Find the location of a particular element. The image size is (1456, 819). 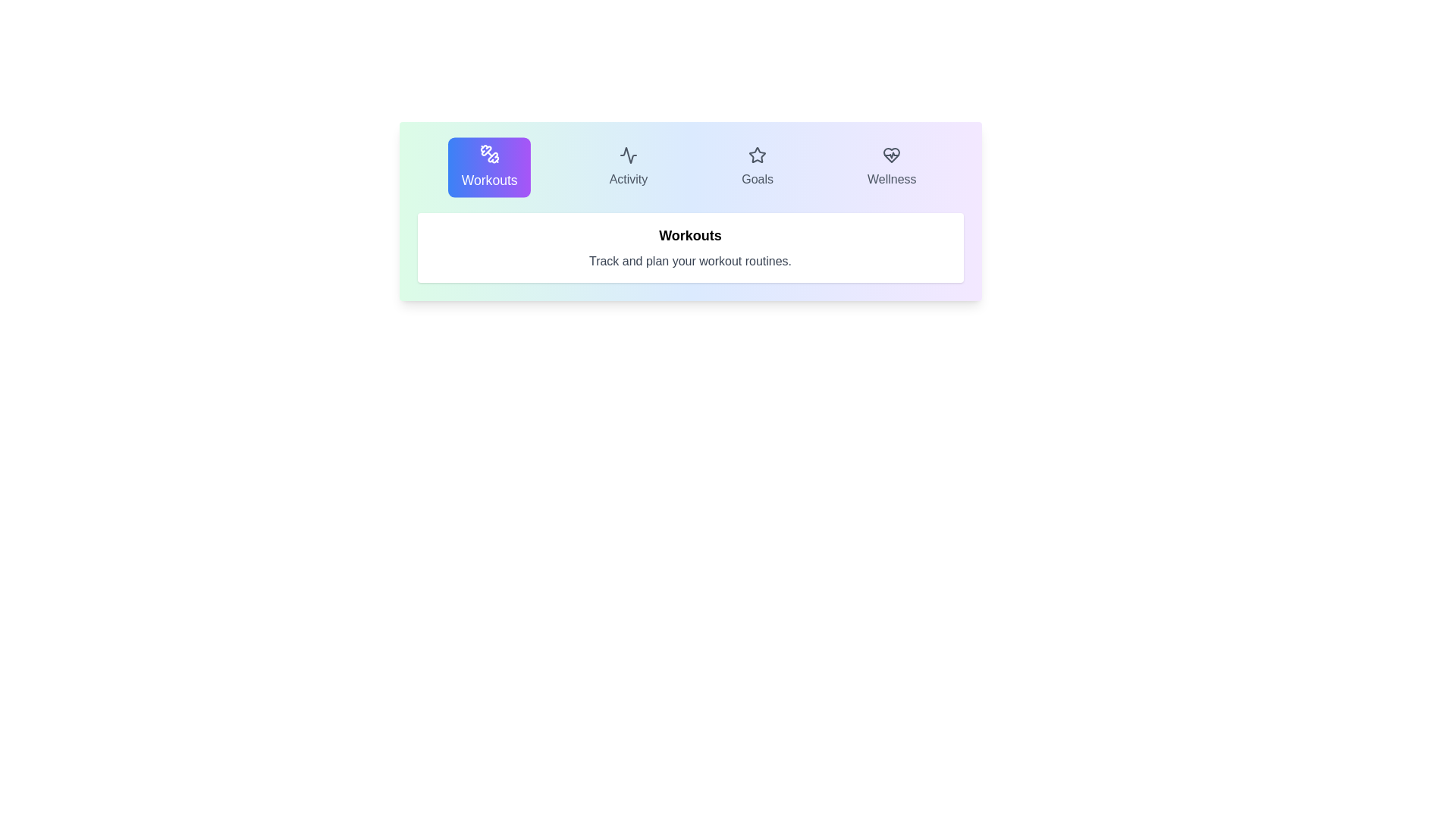

the navigation button labeled 'Wellness', which is located in the top-right corner of the group of buttons including 'Workouts', 'Activity', and 'Goals' is located at coordinates (892, 167).